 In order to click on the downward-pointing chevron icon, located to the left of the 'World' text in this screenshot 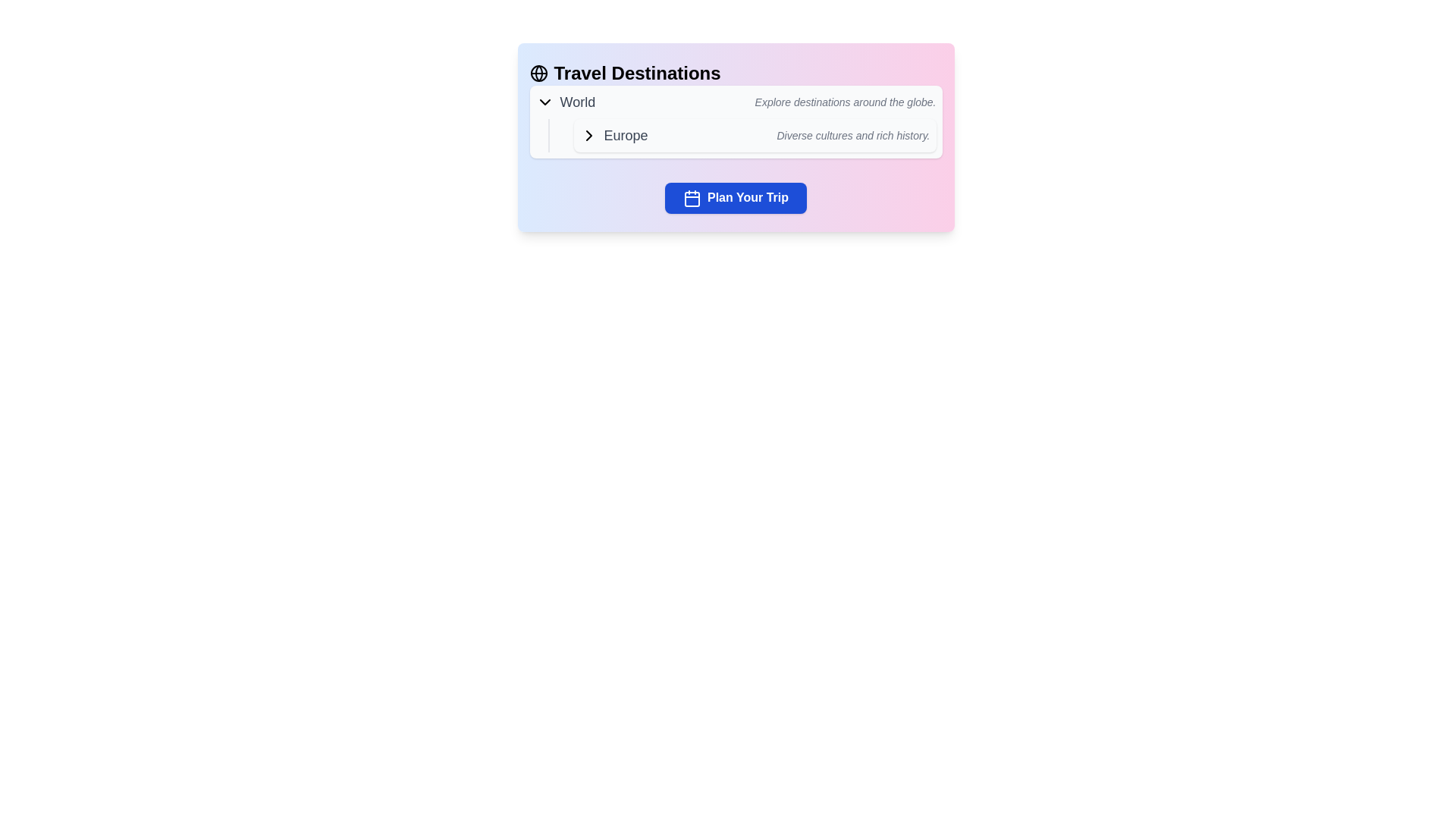, I will do `click(544, 102)`.